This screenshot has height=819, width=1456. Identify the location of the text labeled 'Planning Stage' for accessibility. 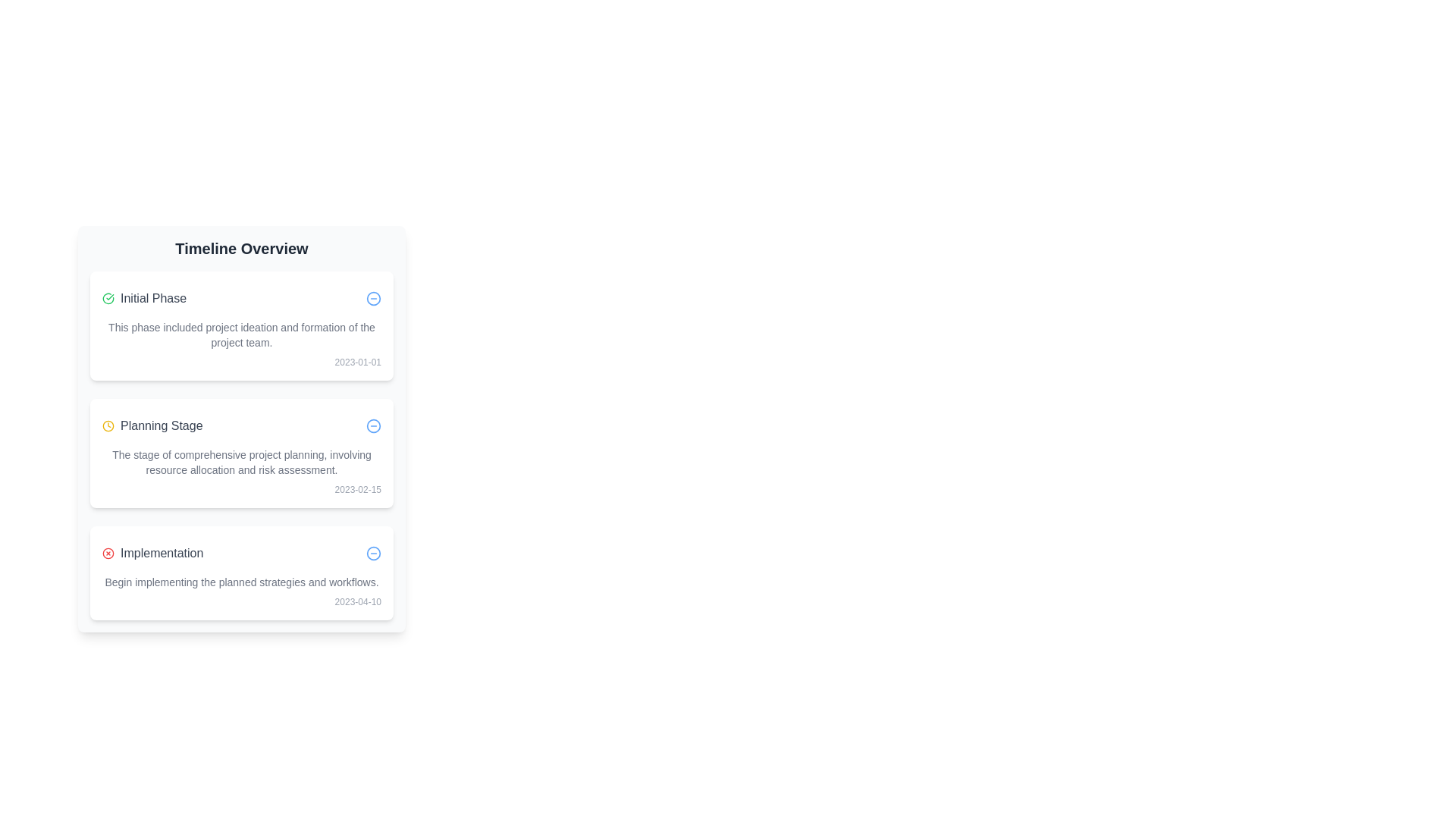
(162, 426).